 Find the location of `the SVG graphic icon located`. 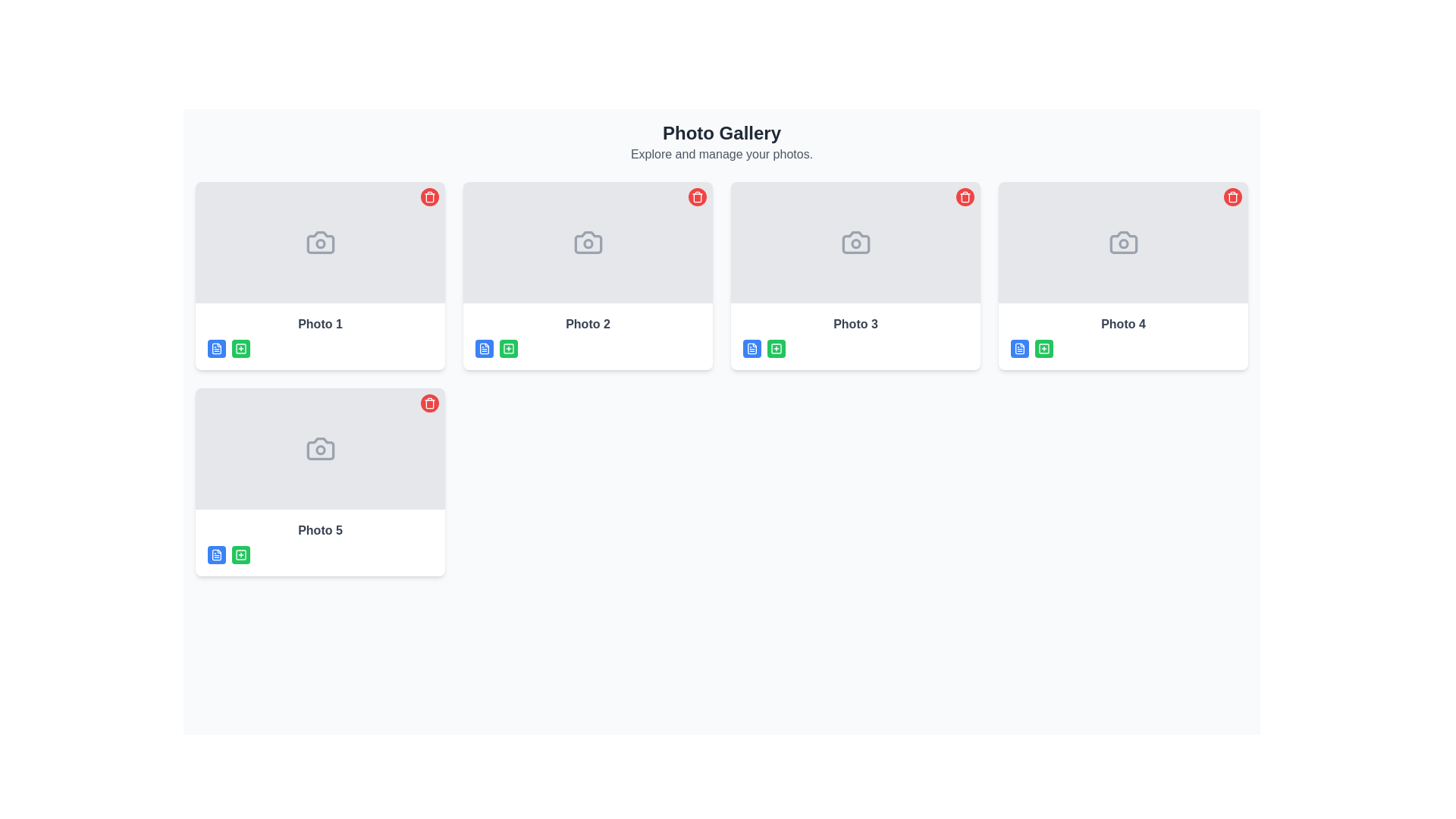

the SVG graphic icon located is located at coordinates (483, 348).